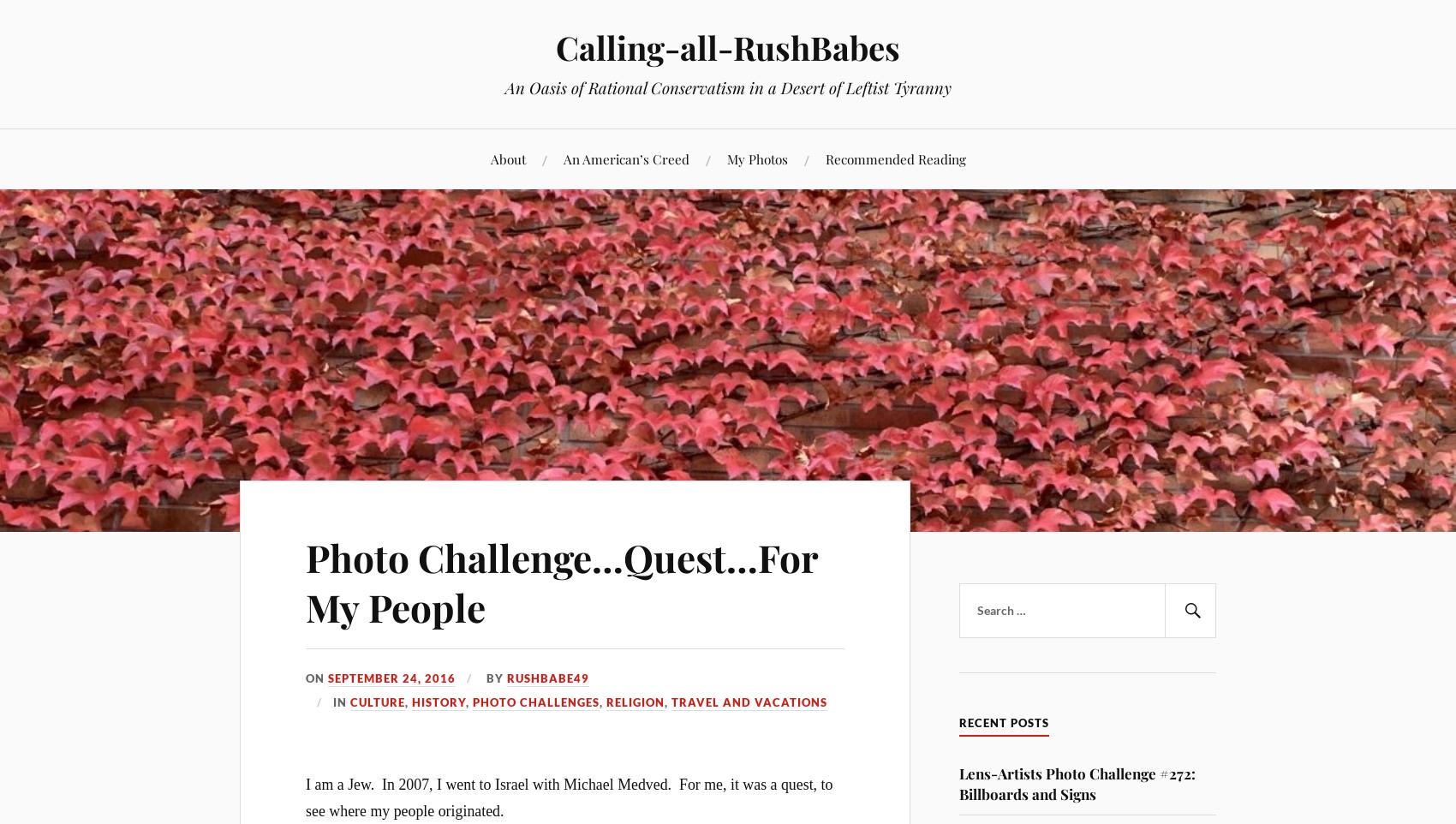 The height and width of the screenshot is (824, 1456). I want to click on 'In', so click(339, 702).